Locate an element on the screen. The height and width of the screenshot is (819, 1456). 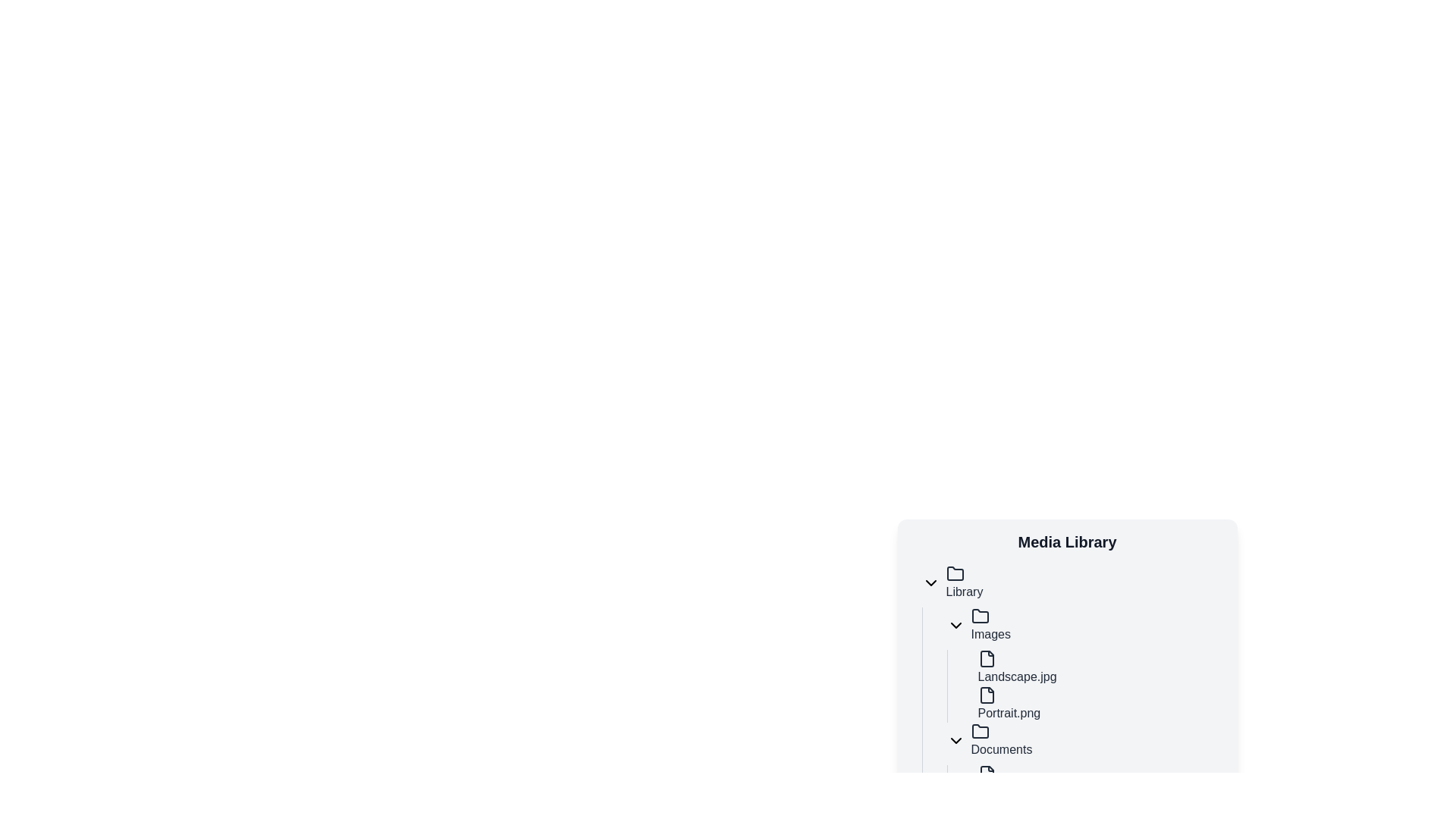
the Chevron-Down icon, which is a black stroke down arrow located to the left of the text 'Documents' is located at coordinates (955, 739).